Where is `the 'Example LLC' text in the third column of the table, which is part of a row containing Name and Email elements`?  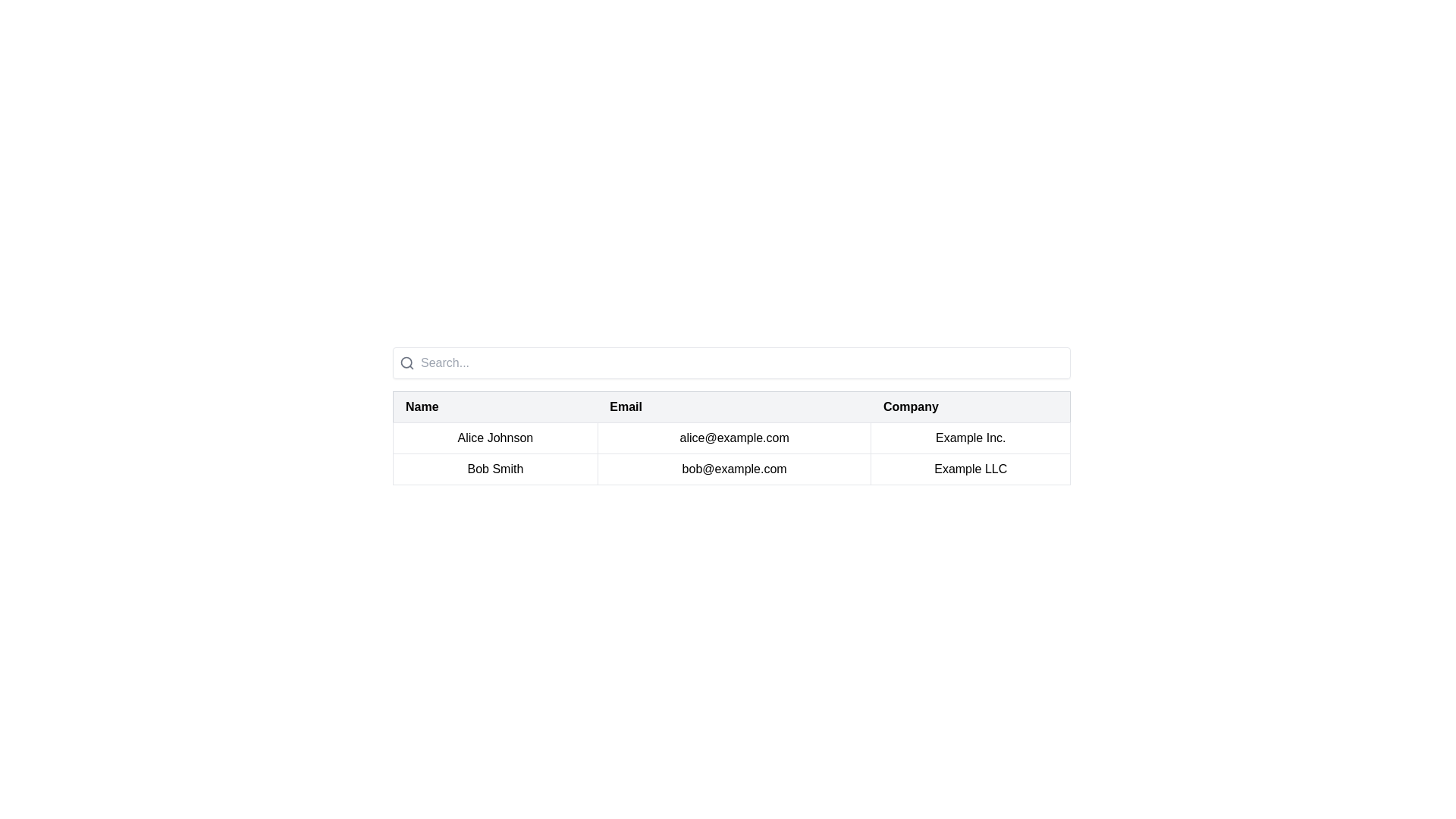
the 'Example LLC' text in the third column of the table, which is part of a row containing Name and Email elements is located at coordinates (971, 468).